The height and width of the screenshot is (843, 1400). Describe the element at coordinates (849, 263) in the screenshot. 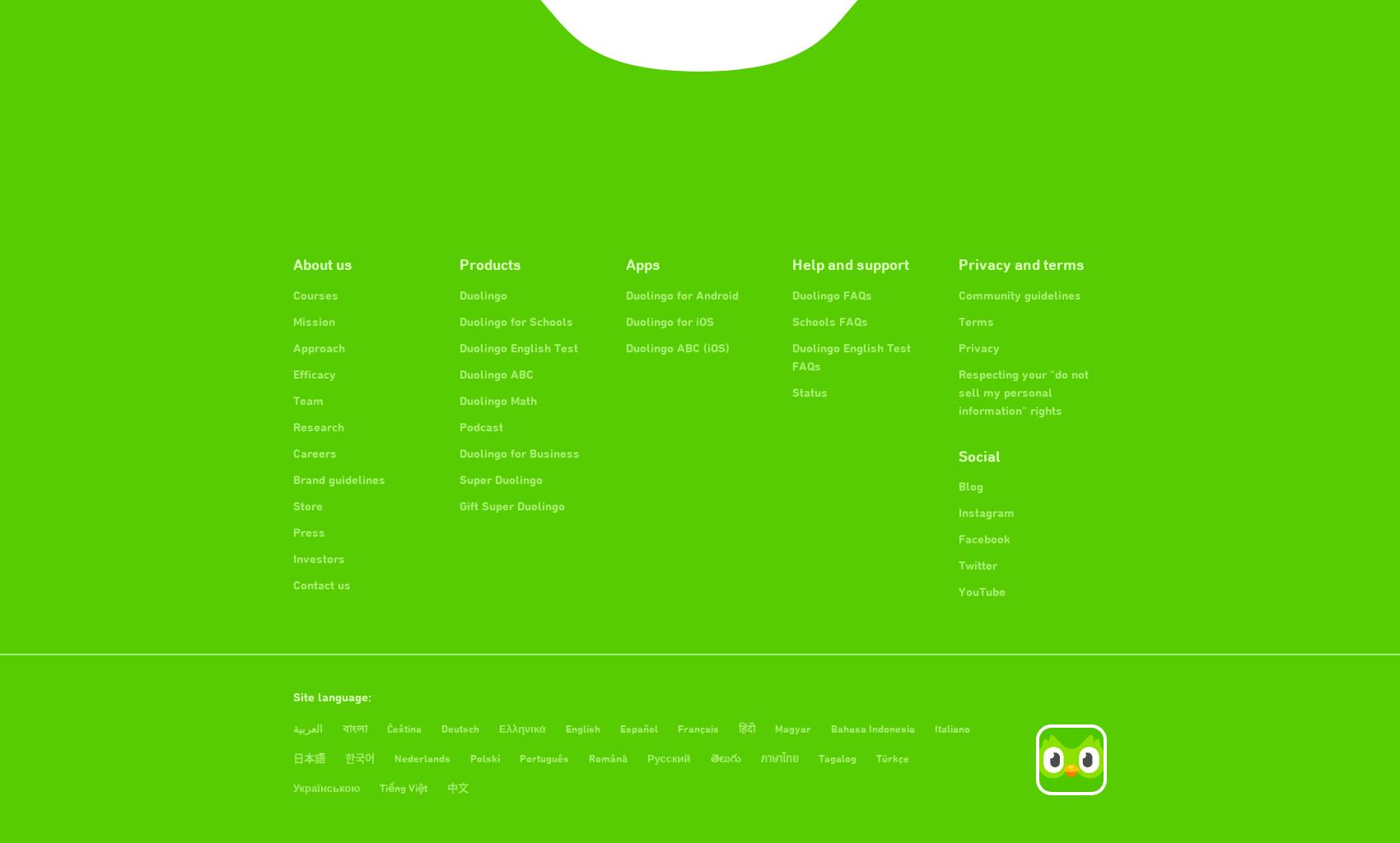

I see `'Help and support'` at that location.